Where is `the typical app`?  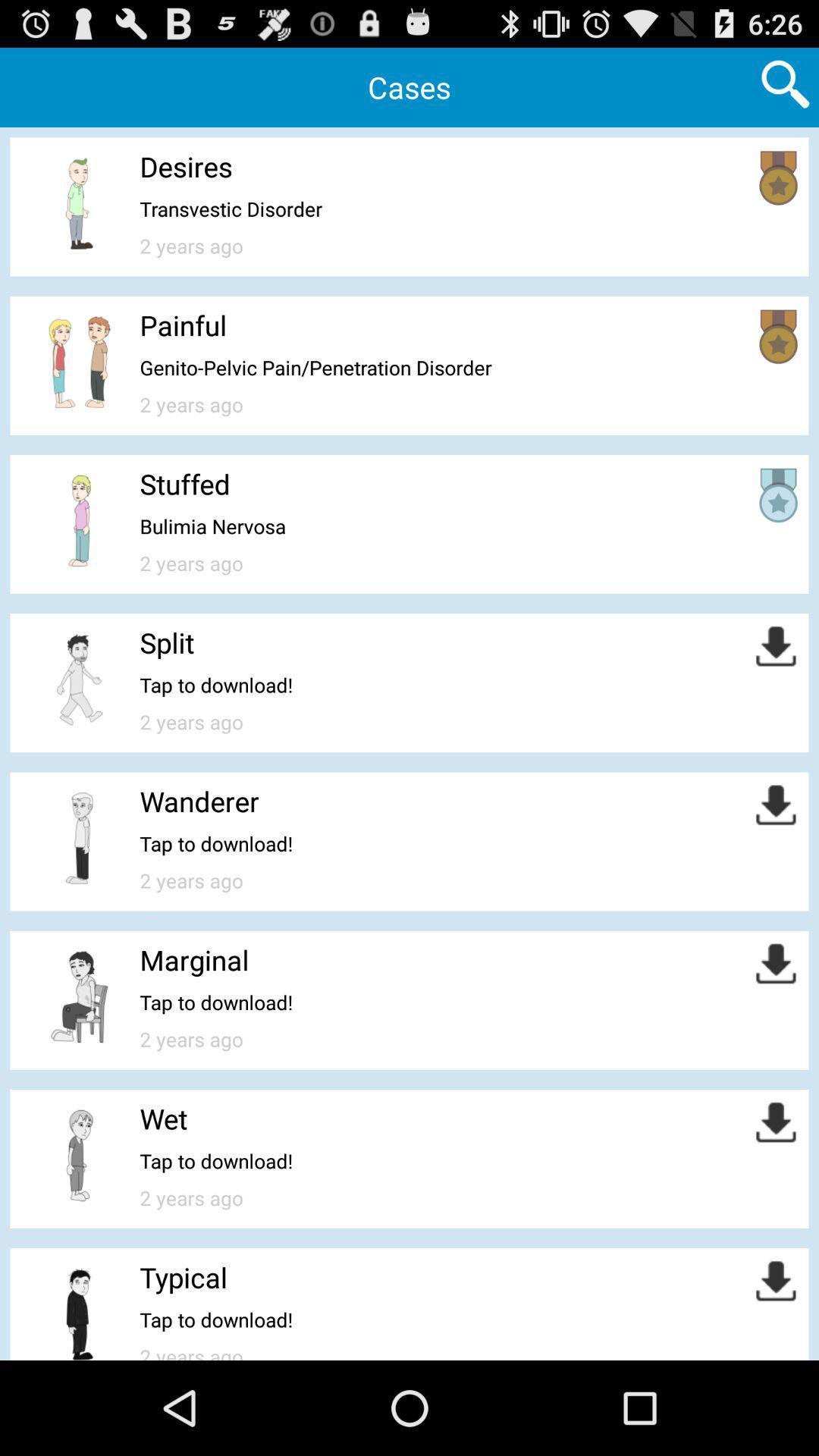
the typical app is located at coordinates (183, 1276).